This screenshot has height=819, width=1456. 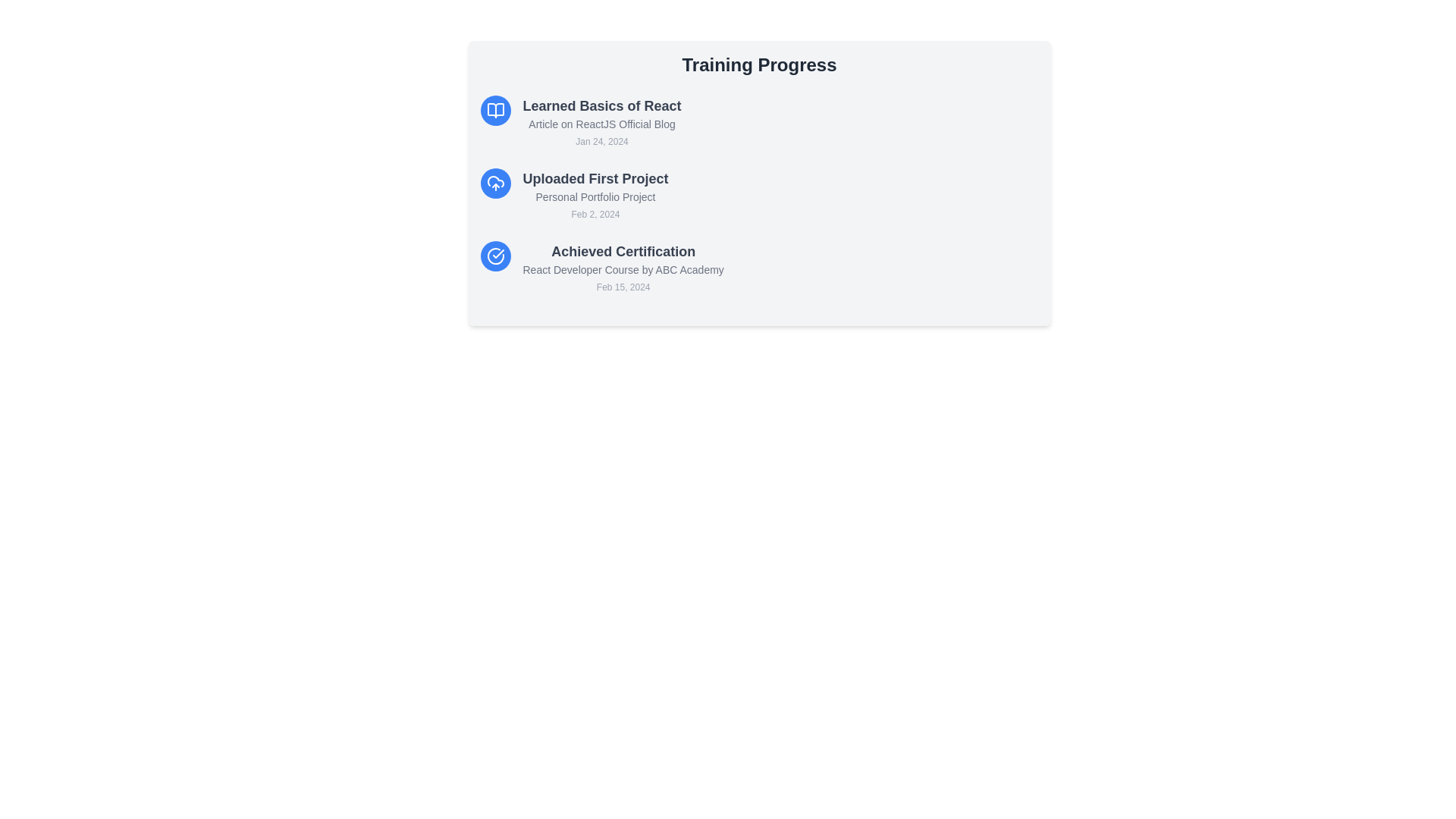 I want to click on the circular progress indicator icon located at the rightmost edge of the third row under the 'Training Progress' section for 'Achieved Certification', so click(x=495, y=256).